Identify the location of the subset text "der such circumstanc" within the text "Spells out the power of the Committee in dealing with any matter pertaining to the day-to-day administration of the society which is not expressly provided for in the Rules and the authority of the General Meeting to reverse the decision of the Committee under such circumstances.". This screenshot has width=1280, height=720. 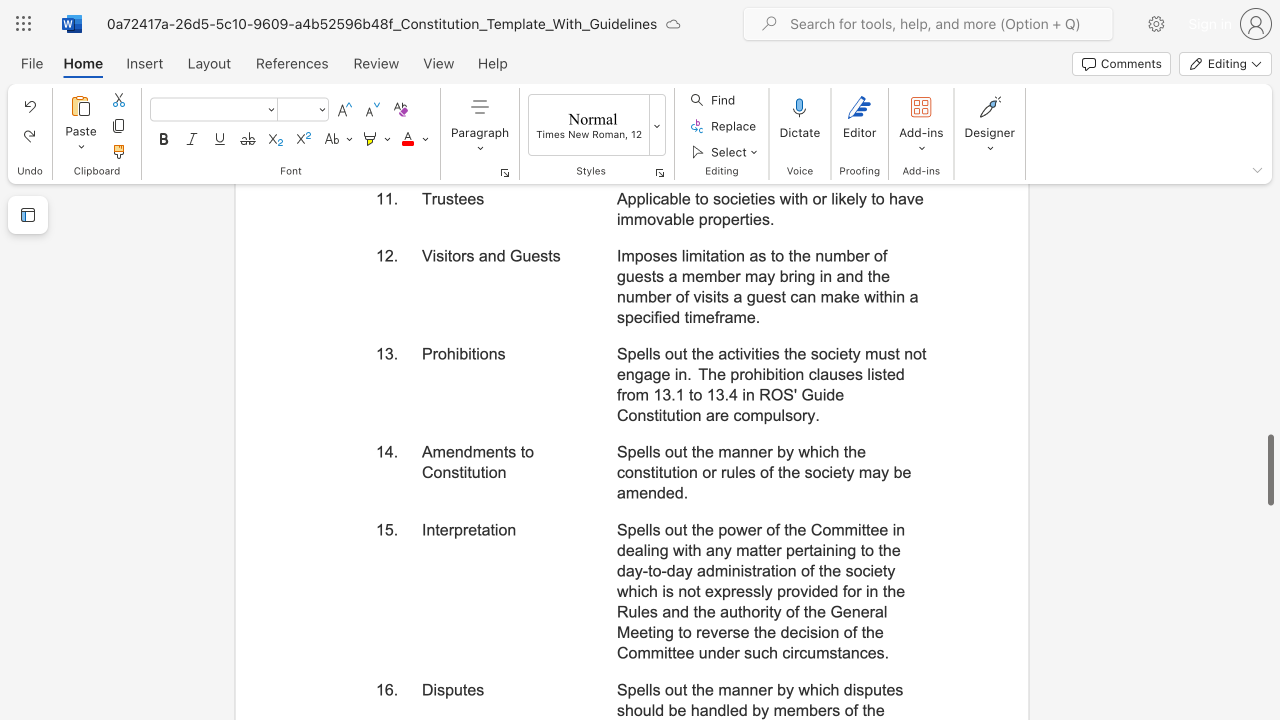
(716, 653).